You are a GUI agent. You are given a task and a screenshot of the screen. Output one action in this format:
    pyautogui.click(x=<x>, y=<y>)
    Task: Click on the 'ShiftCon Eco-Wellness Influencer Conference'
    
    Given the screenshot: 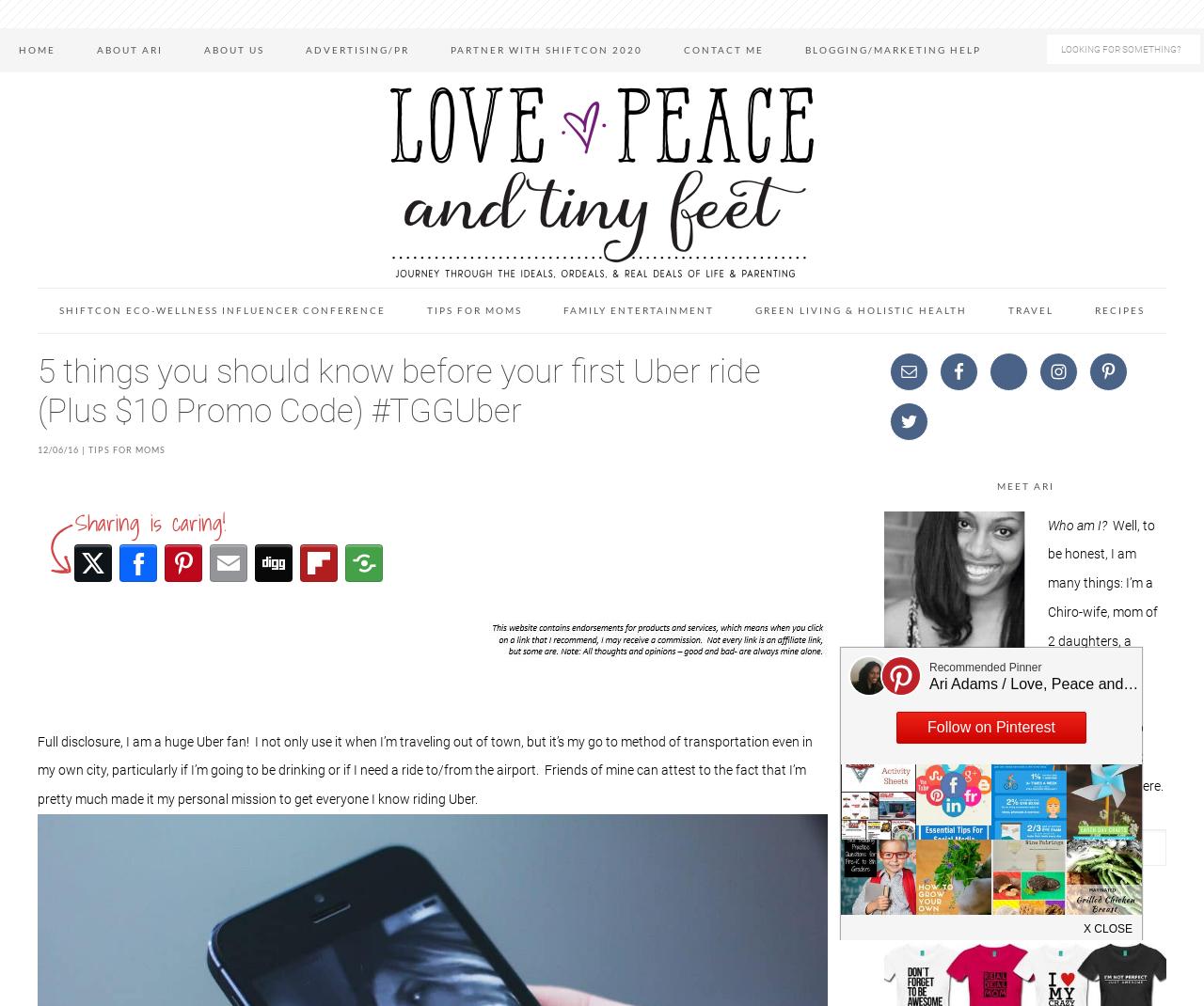 What is the action you would take?
    pyautogui.click(x=222, y=309)
    